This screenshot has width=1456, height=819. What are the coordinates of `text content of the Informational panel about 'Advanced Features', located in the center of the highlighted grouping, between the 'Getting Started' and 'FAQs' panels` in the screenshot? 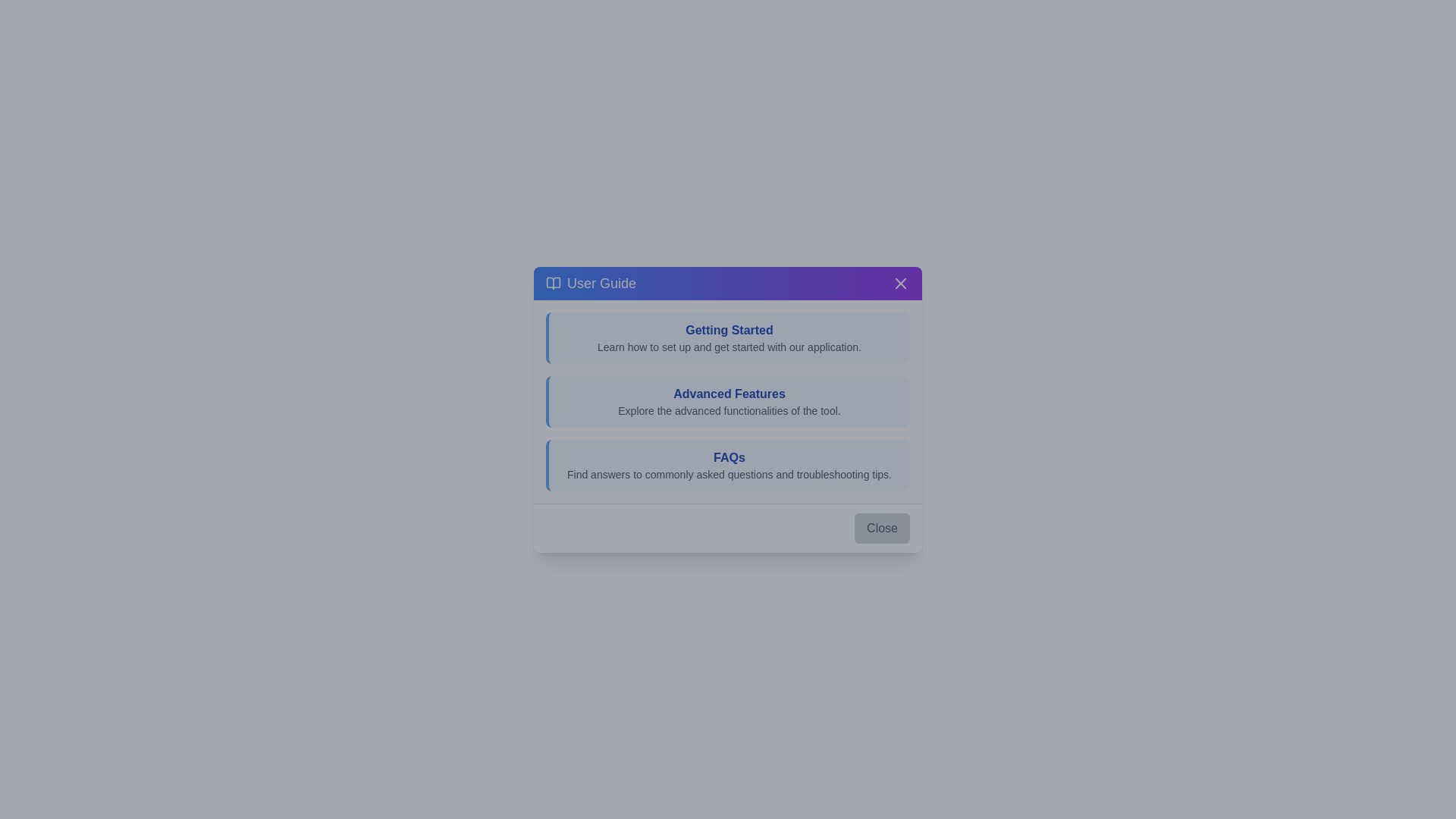 It's located at (728, 400).